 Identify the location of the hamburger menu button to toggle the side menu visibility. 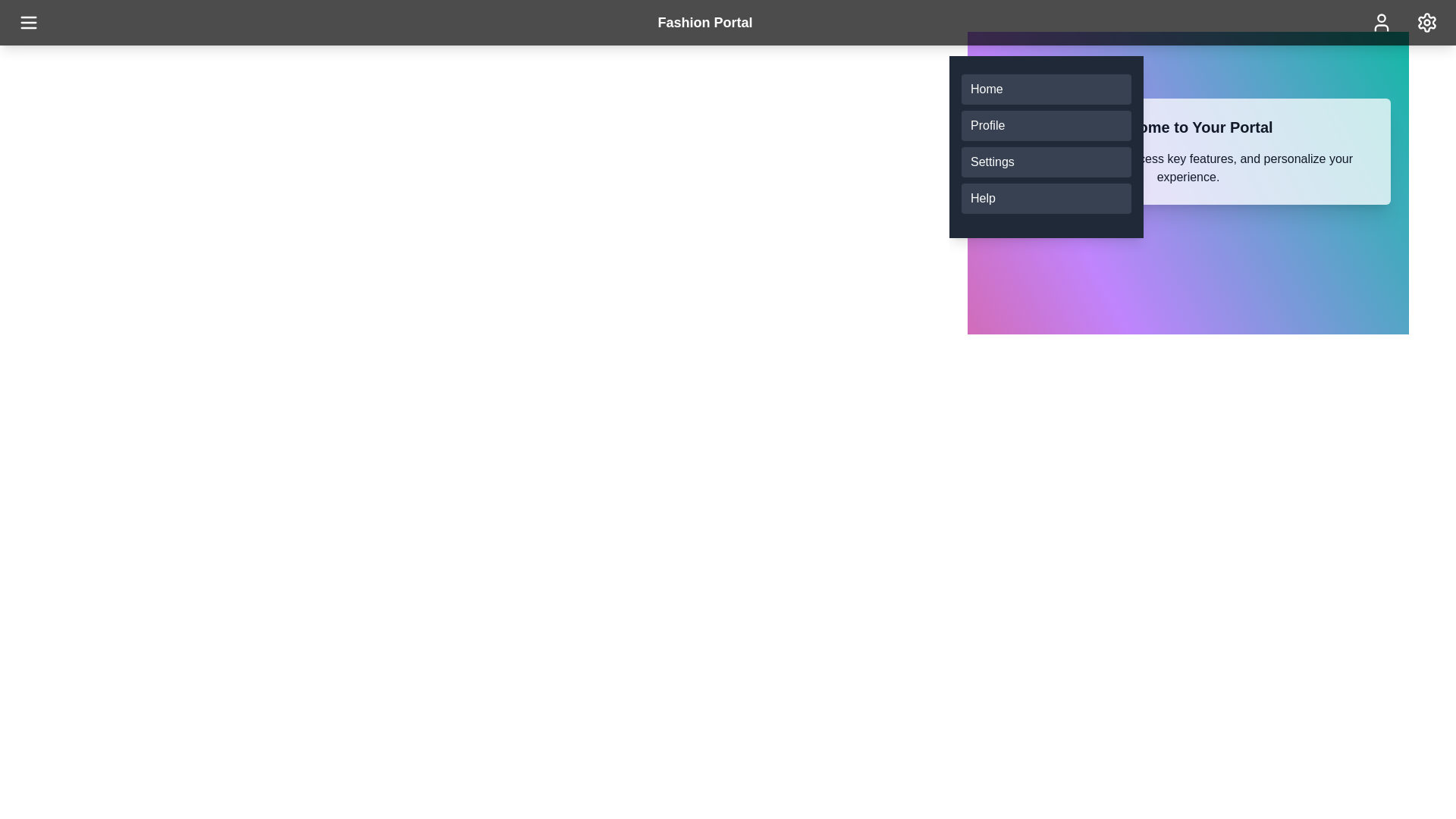
(29, 23).